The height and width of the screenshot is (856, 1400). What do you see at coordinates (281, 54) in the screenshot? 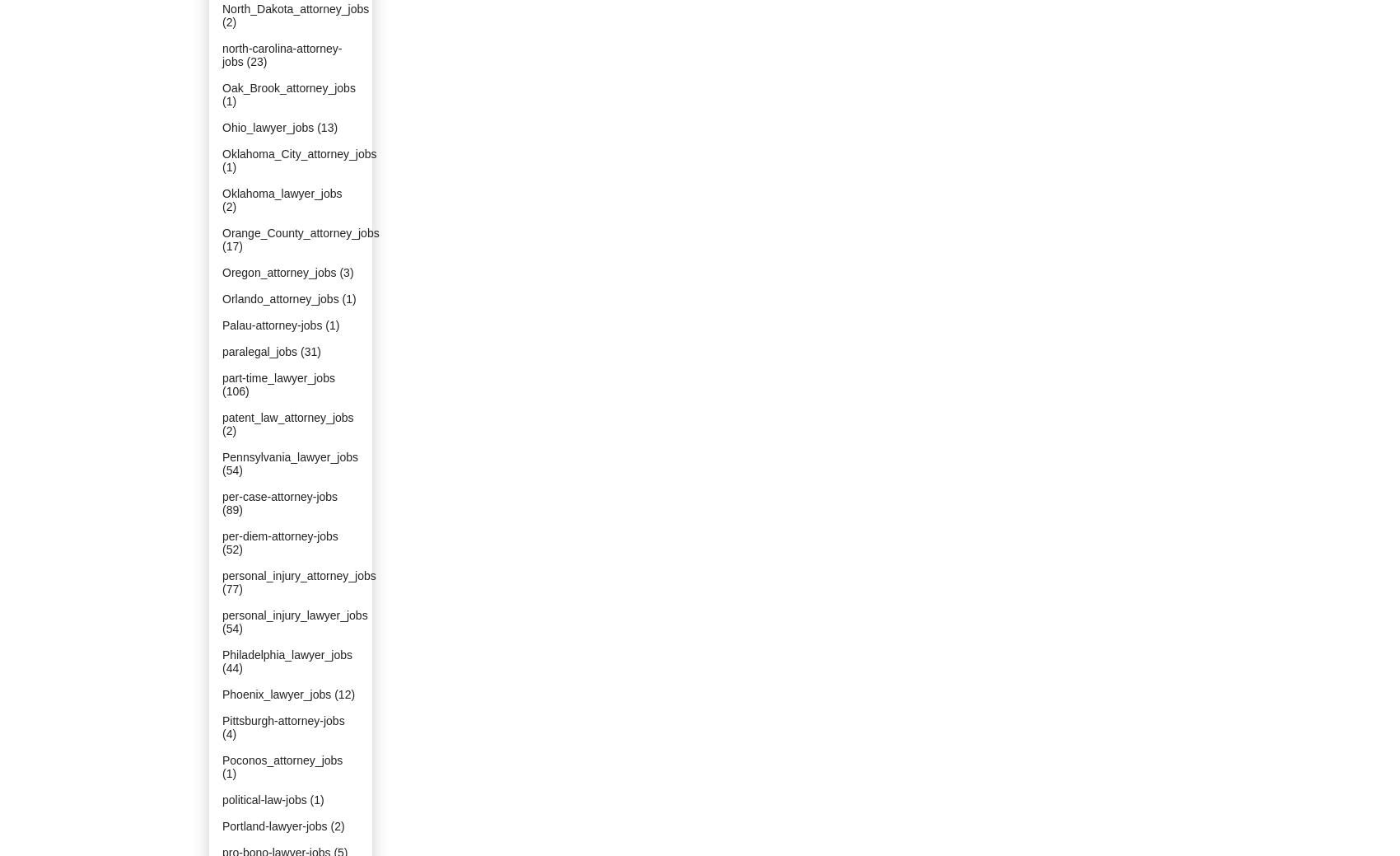
I see `'north-carolina-attorney-jobs'` at bounding box center [281, 54].